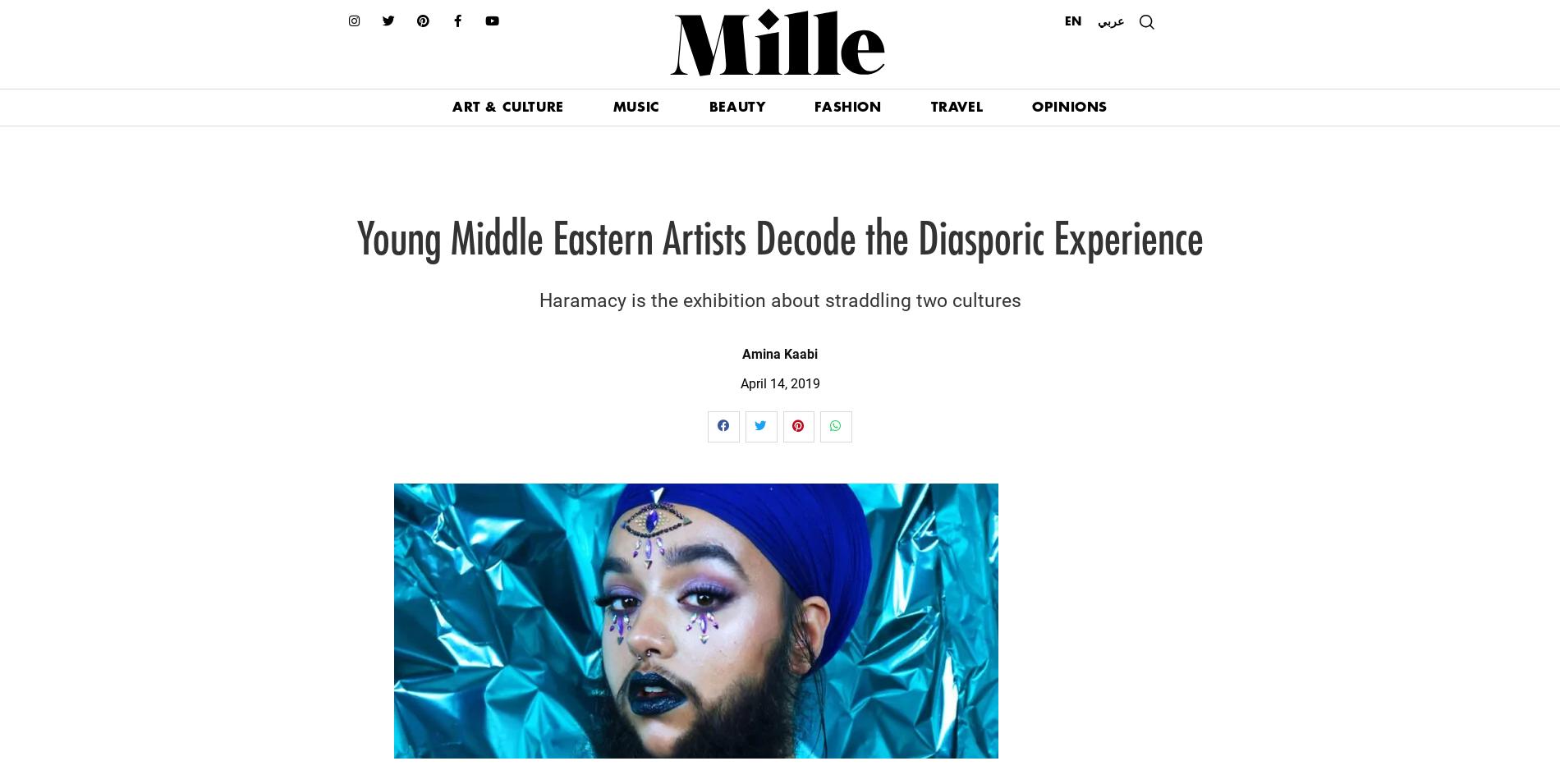  What do you see at coordinates (778, 382) in the screenshot?
I see `'April 14, 2019'` at bounding box center [778, 382].